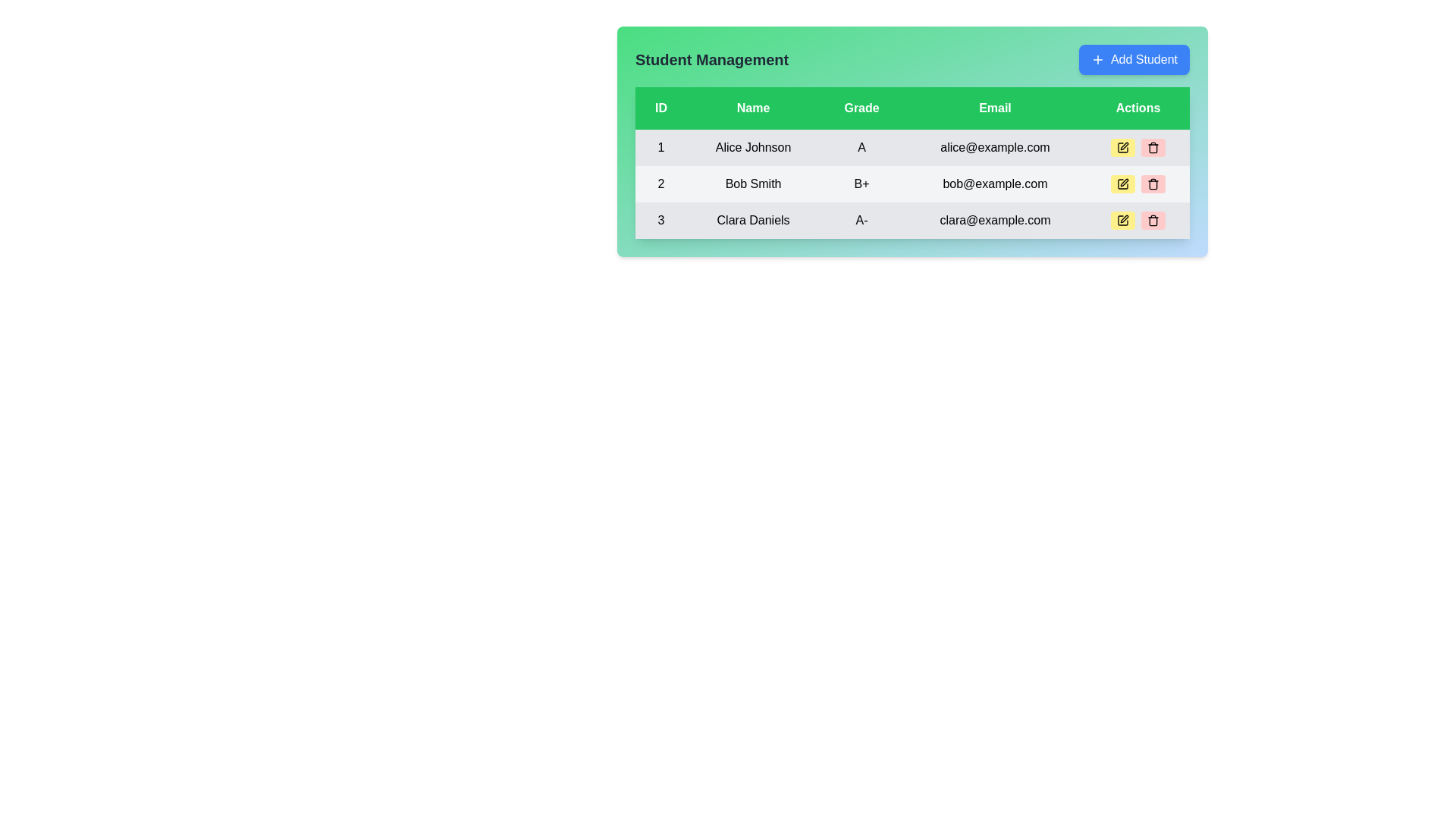 This screenshot has width=1456, height=819. Describe the element at coordinates (1122, 220) in the screenshot. I see `the small yellow button with rounded corners and a pen icon located on the right side of the student data table under the 'Actions' column for the row corresponding to 'Clara Daniels'` at that location.